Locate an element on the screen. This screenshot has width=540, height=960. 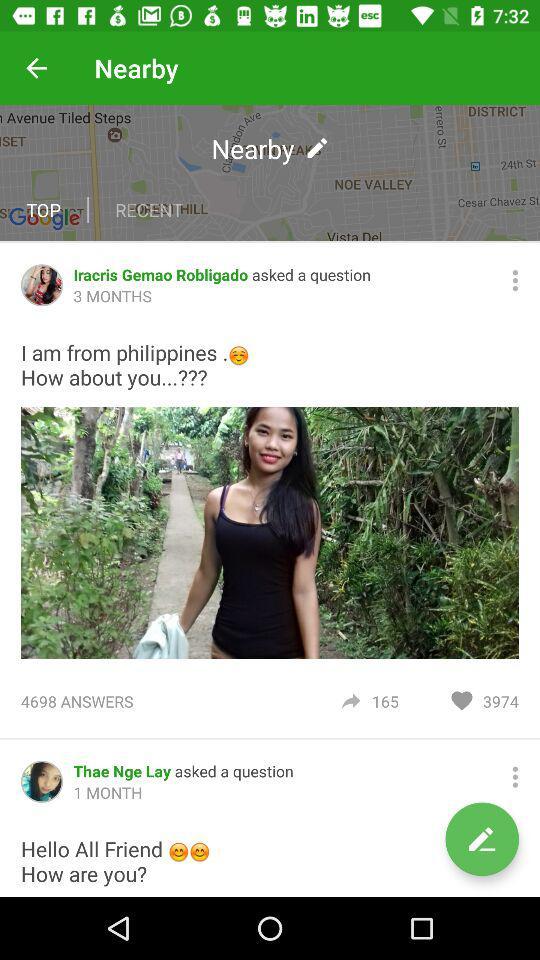
write a post is located at coordinates (481, 839).